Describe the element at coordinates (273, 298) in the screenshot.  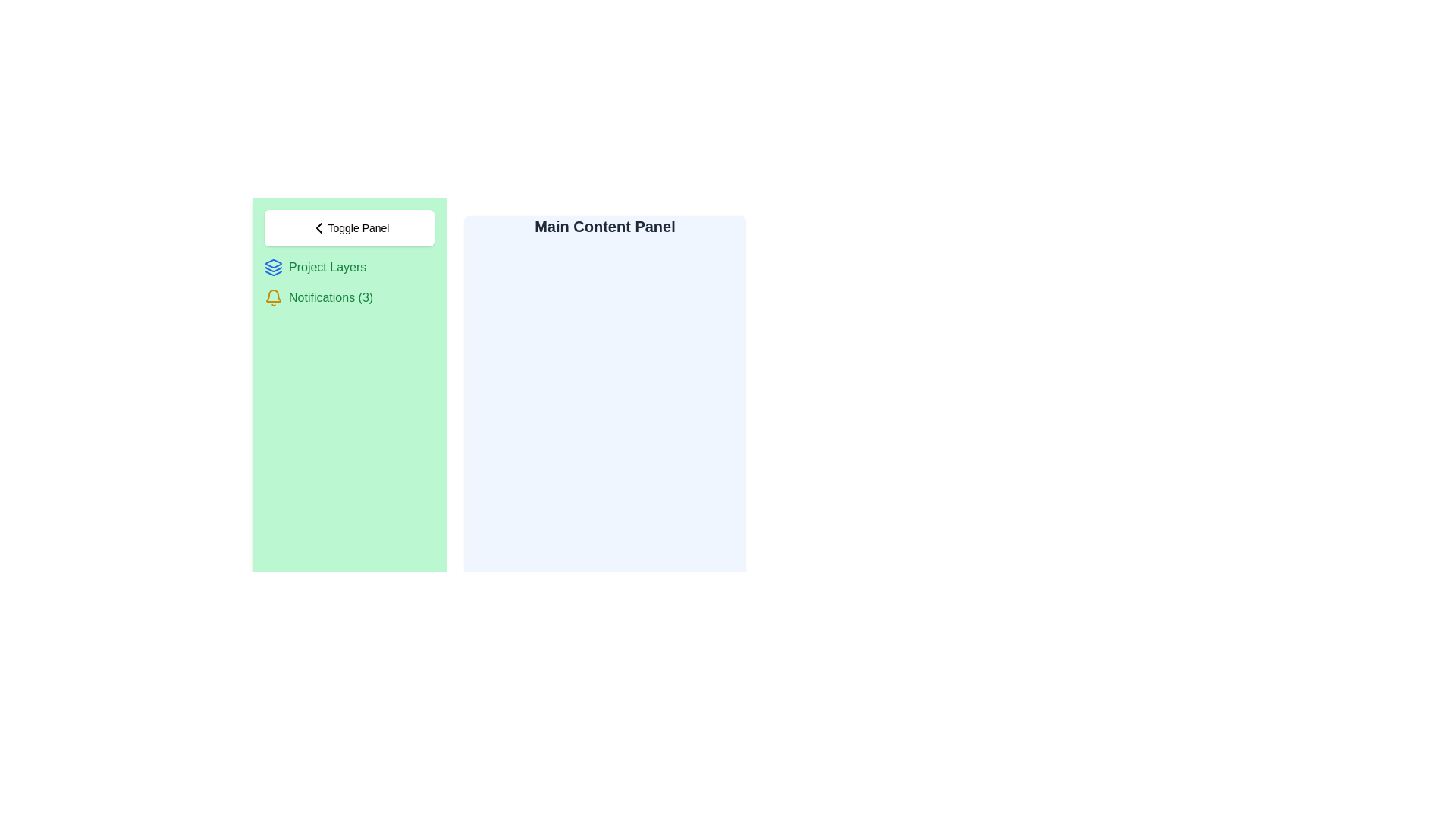
I see `the notifications icon which indicates new notifications or alerts for keyboard interaction` at that location.